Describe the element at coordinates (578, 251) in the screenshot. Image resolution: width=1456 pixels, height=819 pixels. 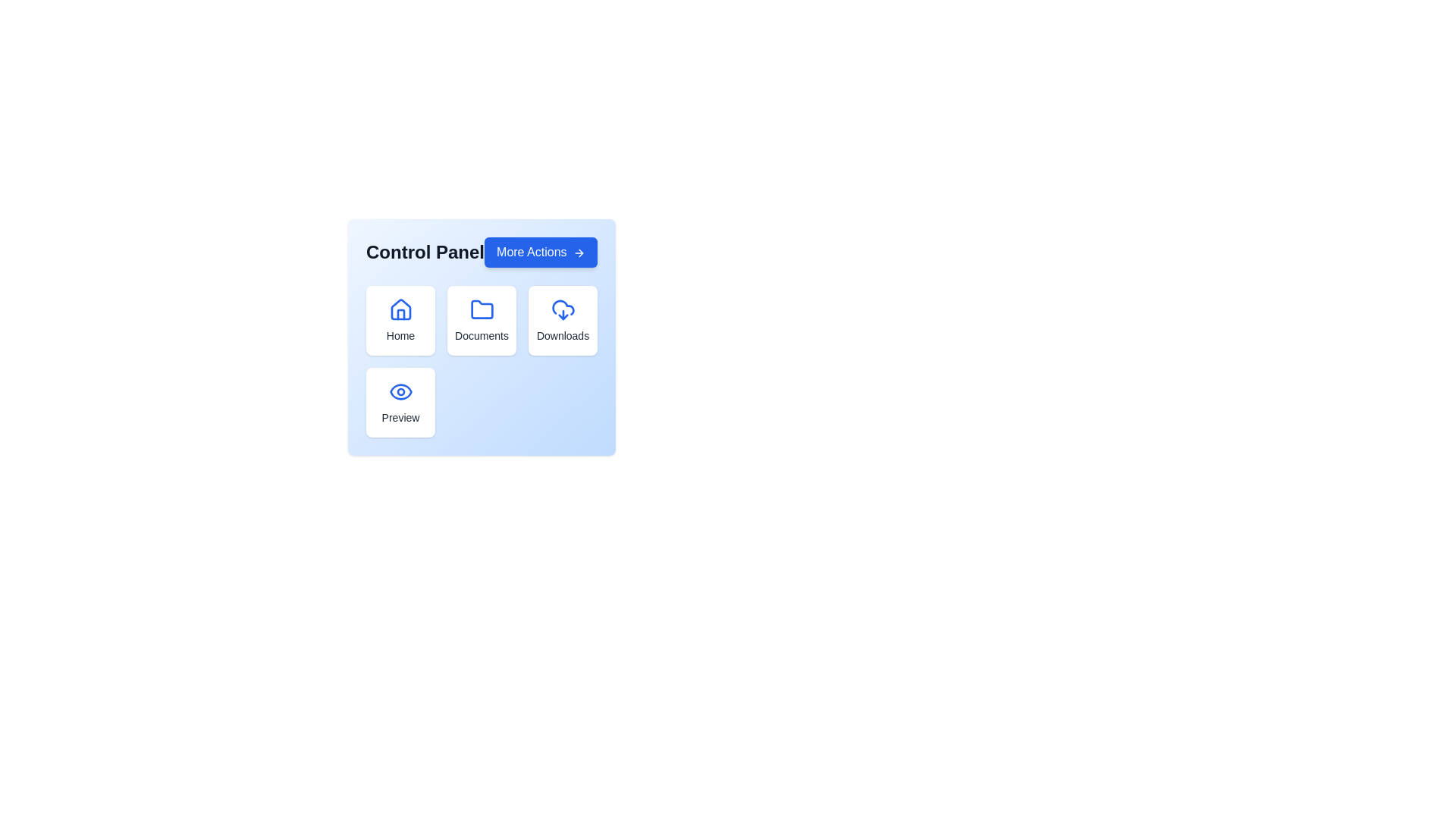
I see `the icon located at the far right end of the 'More Actions' button, which indicates it triggers an action like opening a submenu or performing navigation` at that location.